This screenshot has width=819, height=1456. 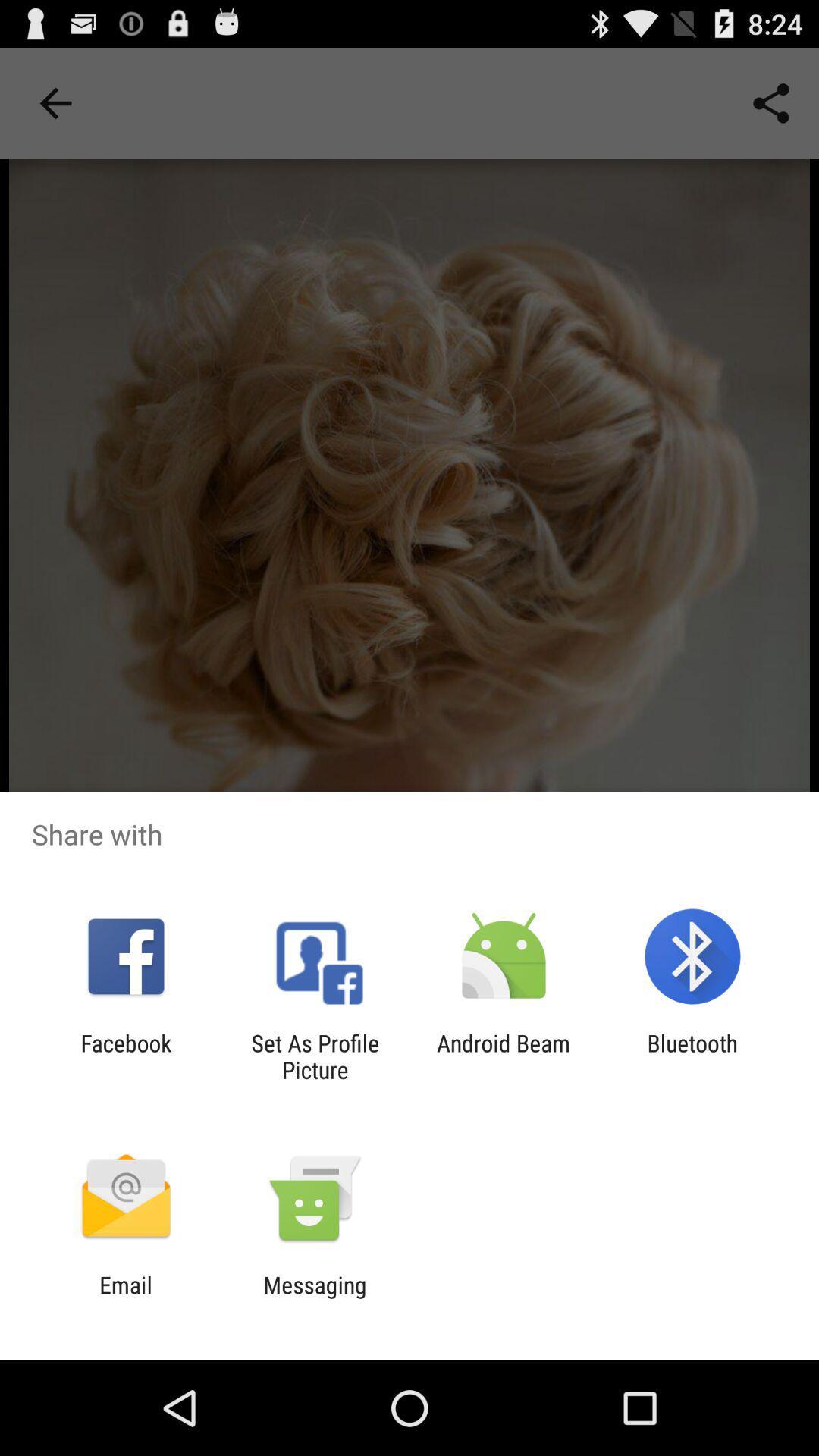 What do you see at coordinates (314, 1298) in the screenshot?
I see `the item to the right of the email app` at bounding box center [314, 1298].